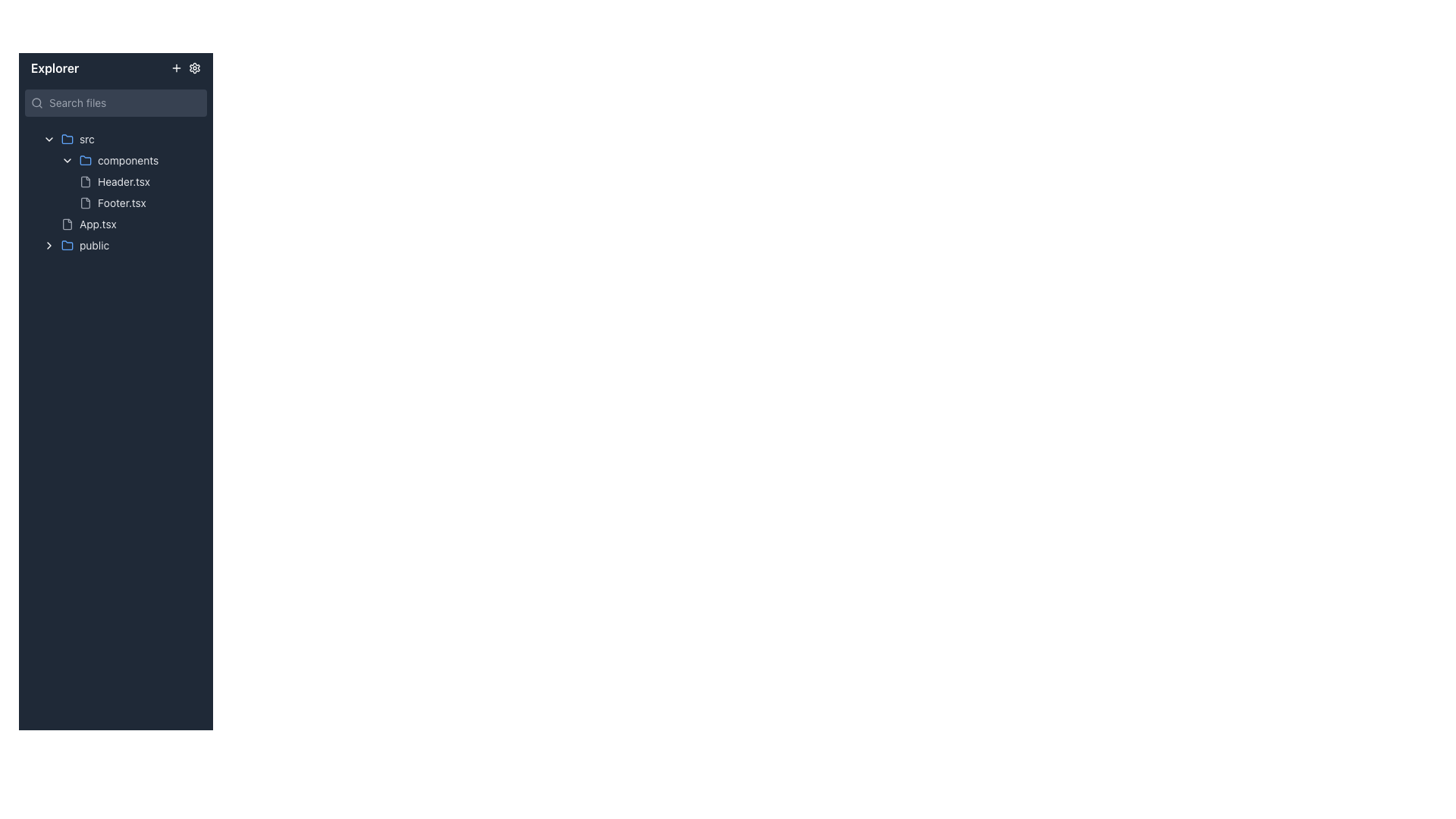 The image size is (1456, 819). Describe the element at coordinates (67, 224) in the screenshot. I see `the file icon that resembles a standard document symbol, which is located to the left of the text 'App.tsx' in the vertical directory list` at that location.